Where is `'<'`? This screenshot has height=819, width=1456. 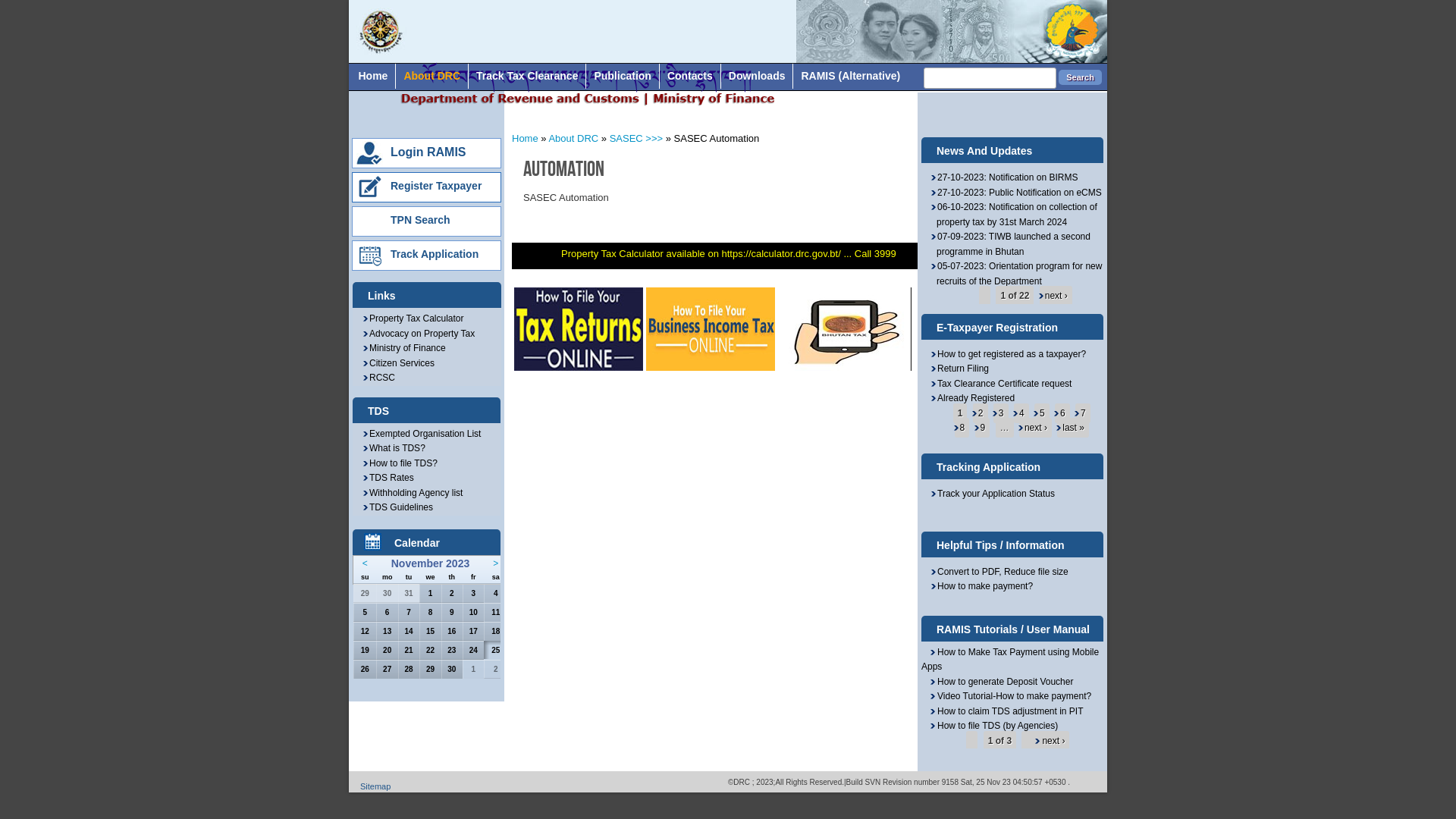
'<' is located at coordinates (365, 563).